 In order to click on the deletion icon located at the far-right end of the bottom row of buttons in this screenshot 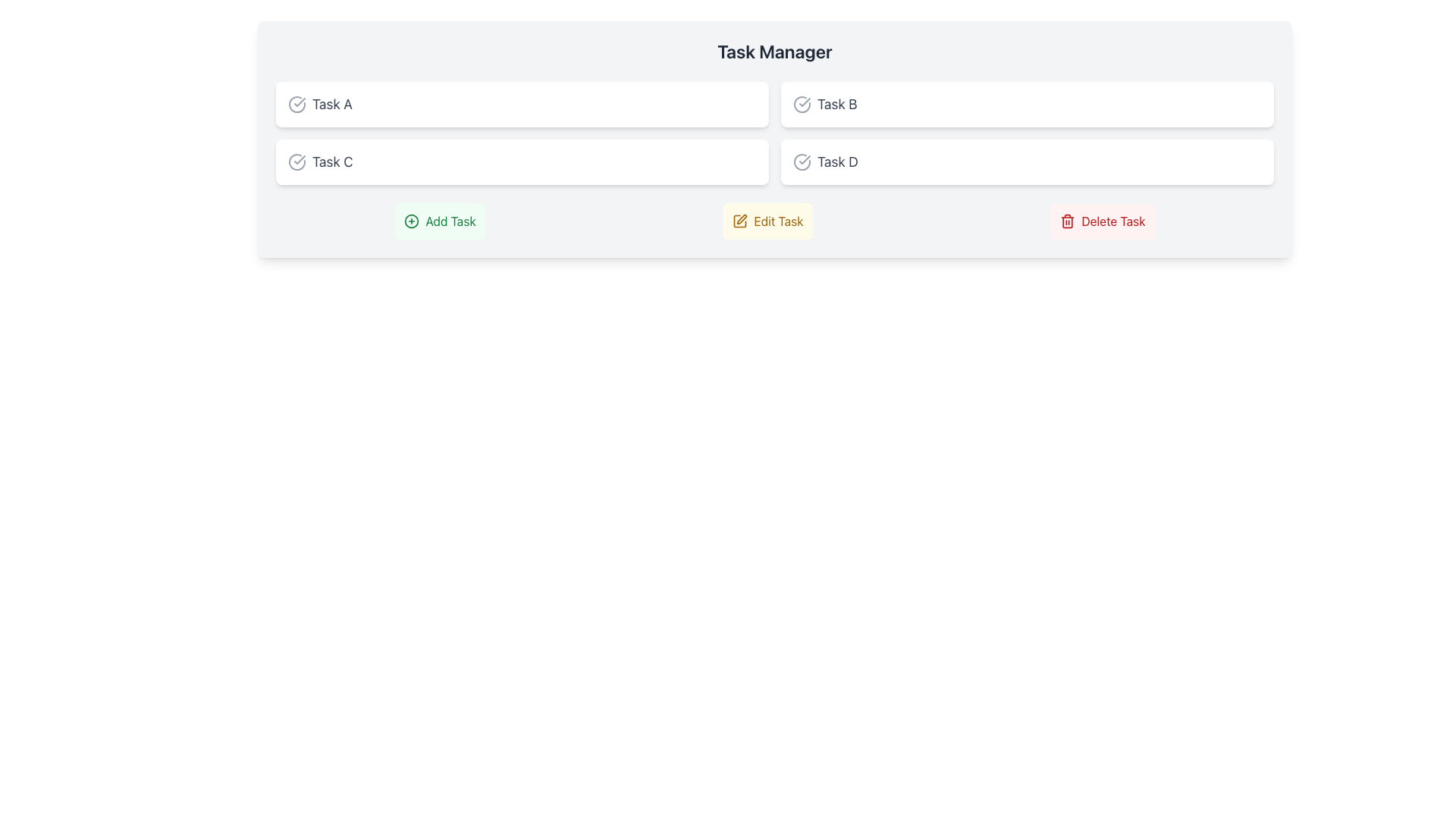, I will do `click(1066, 221)`.